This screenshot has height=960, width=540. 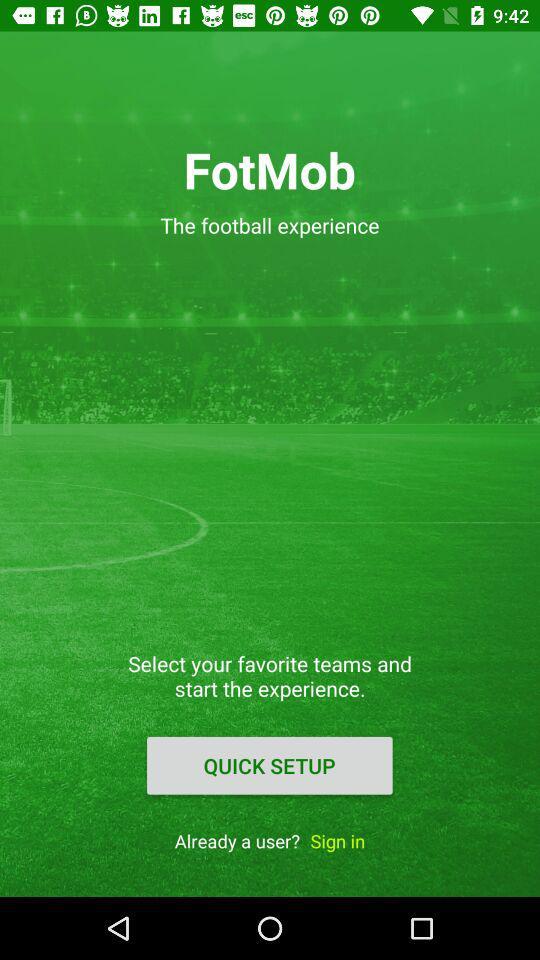 I want to click on the item to the right of the already a user?, so click(x=337, y=840).